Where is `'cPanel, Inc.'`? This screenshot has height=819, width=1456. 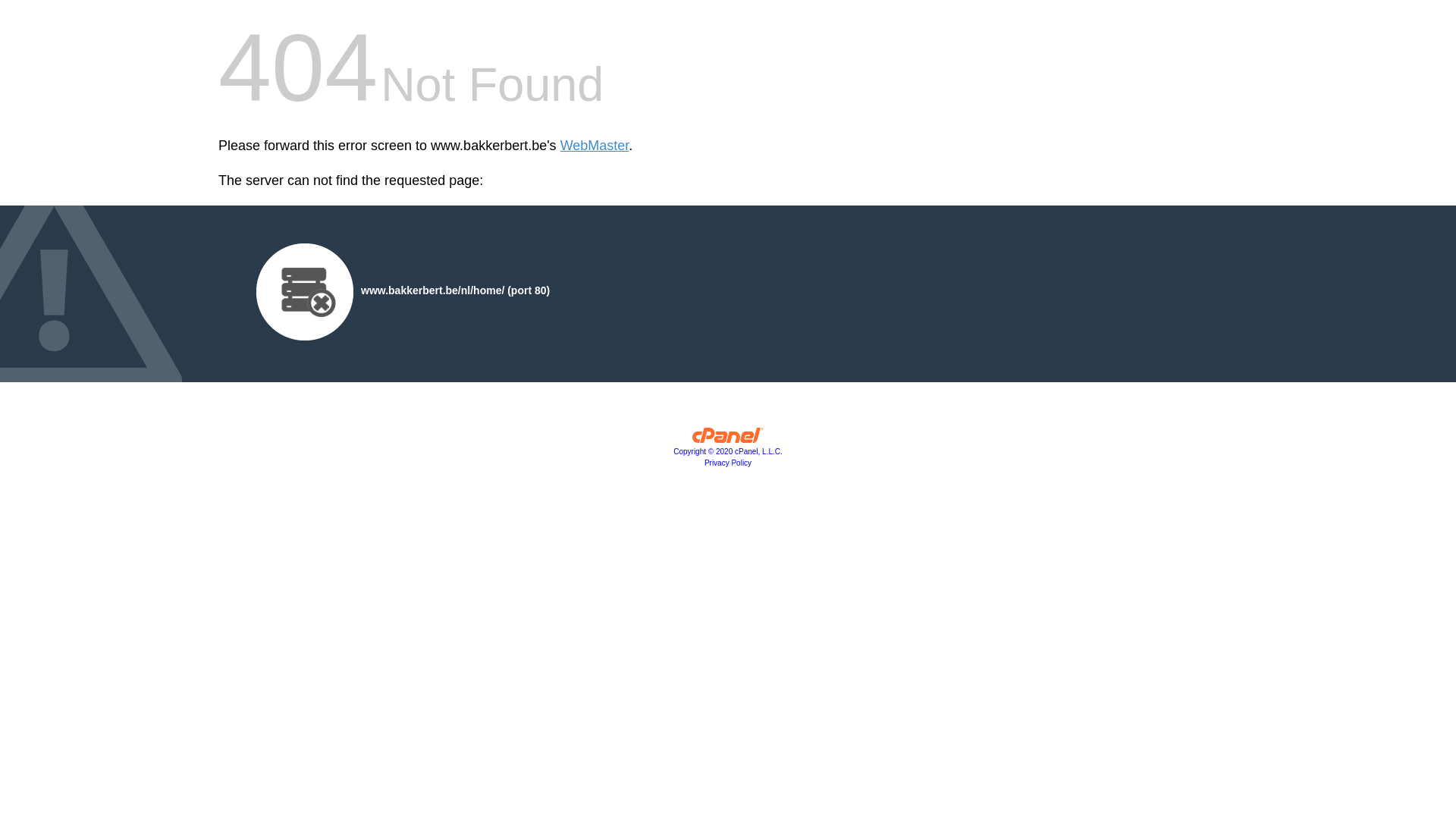
'cPanel, Inc.' is located at coordinates (728, 438).